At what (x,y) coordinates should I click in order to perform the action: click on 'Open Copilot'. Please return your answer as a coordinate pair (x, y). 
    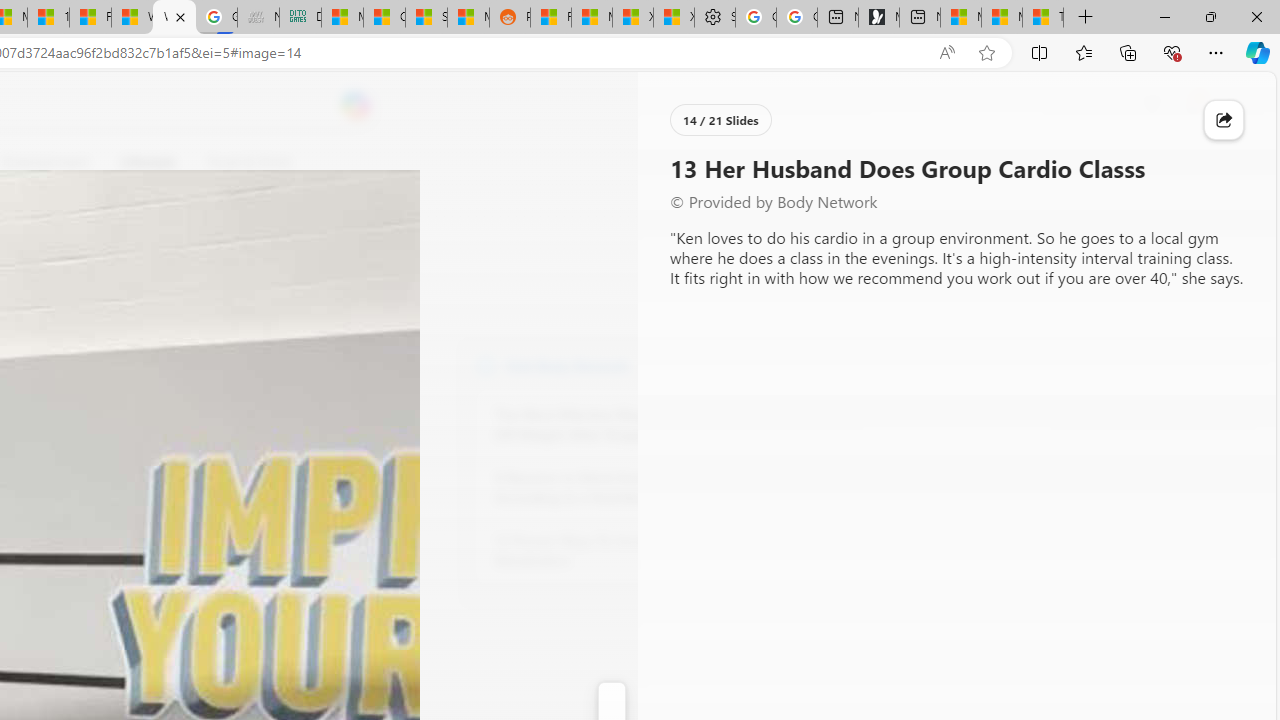
    Looking at the image, I should click on (355, 105).